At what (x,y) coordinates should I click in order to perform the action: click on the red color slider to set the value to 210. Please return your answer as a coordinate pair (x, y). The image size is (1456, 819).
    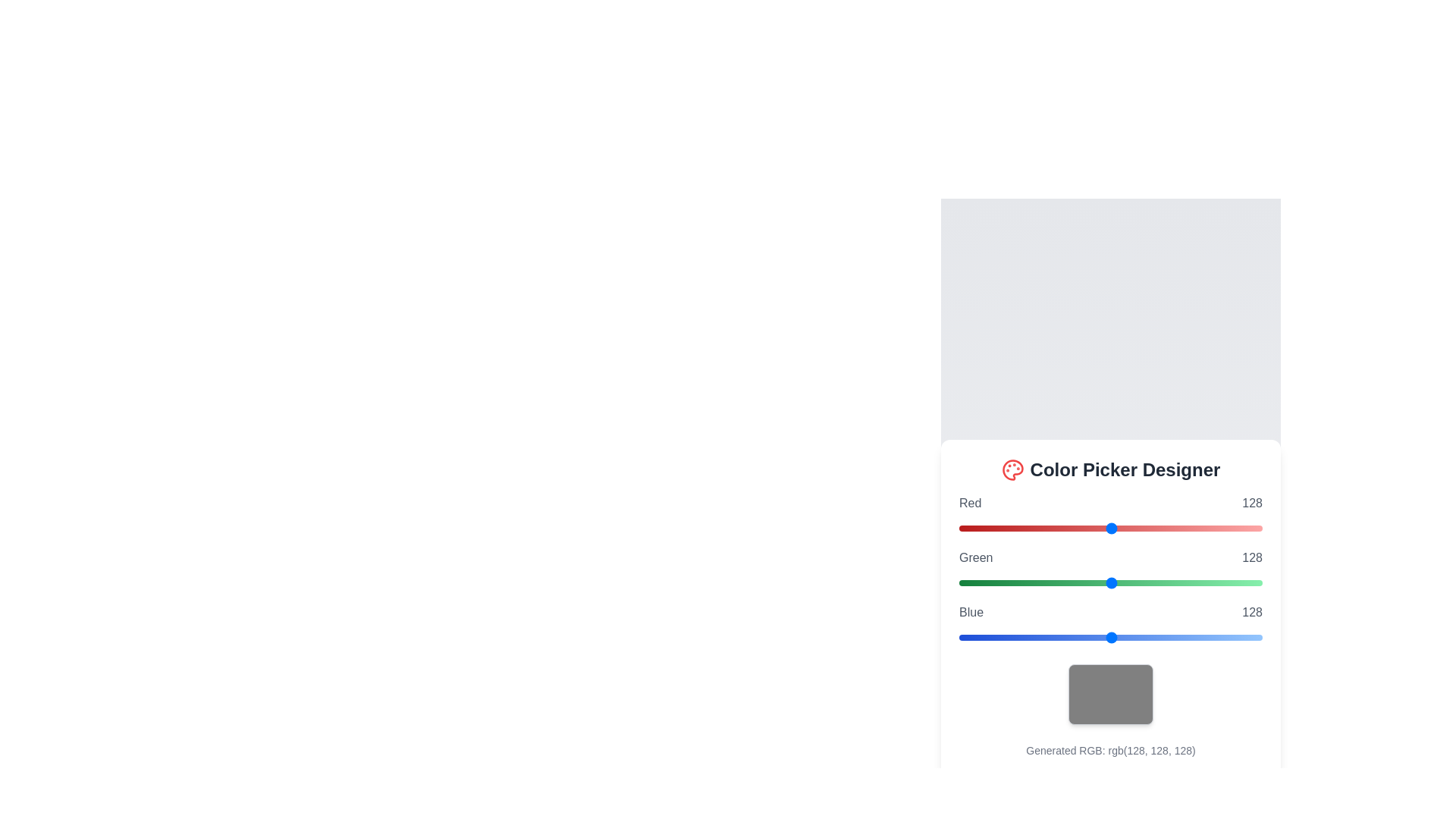
    Looking at the image, I should click on (1208, 528).